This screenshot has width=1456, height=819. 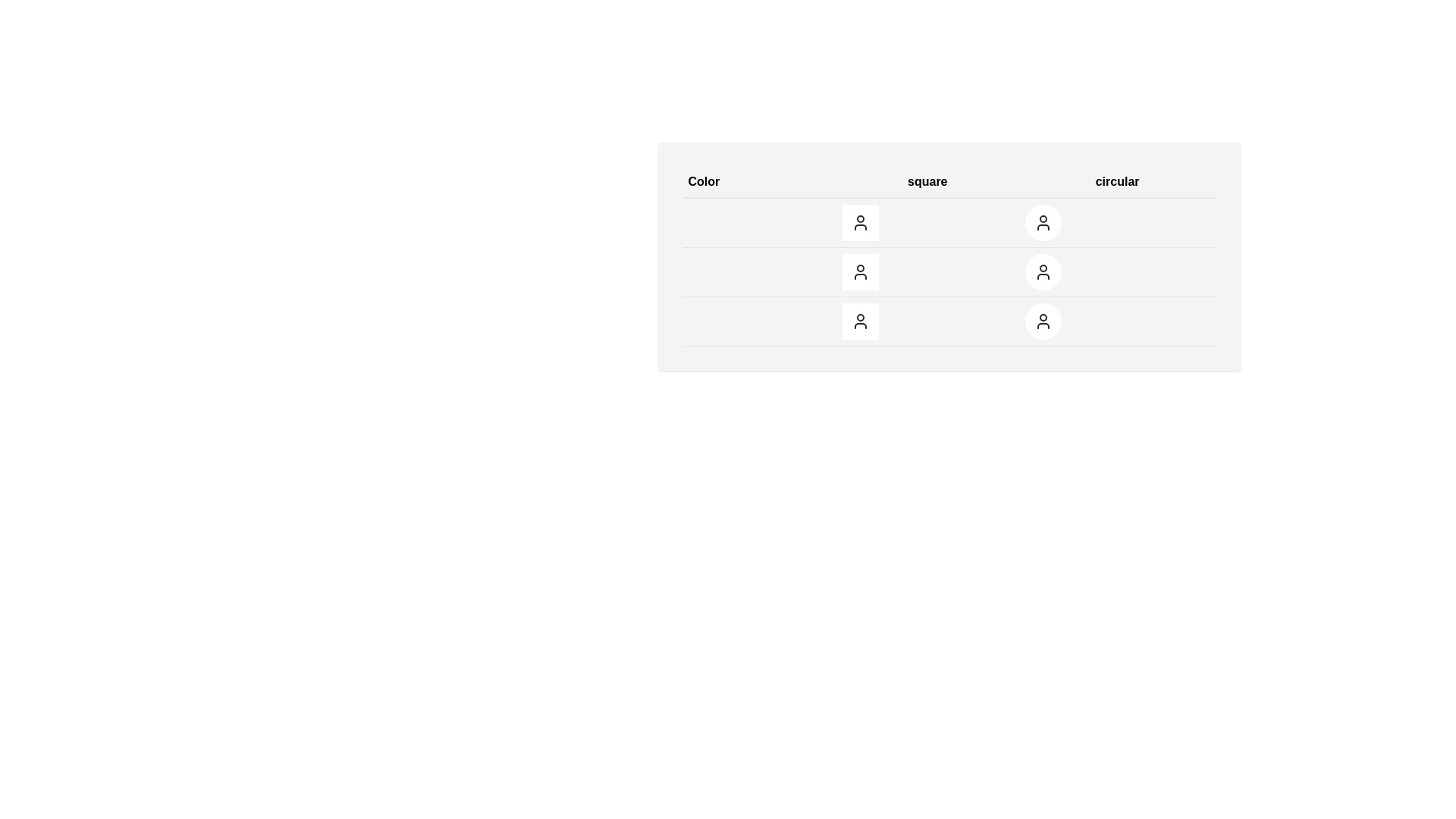 What do you see at coordinates (860, 321) in the screenshot?
I see `the user profile SVG icon located` at bounding box center [860, 321].